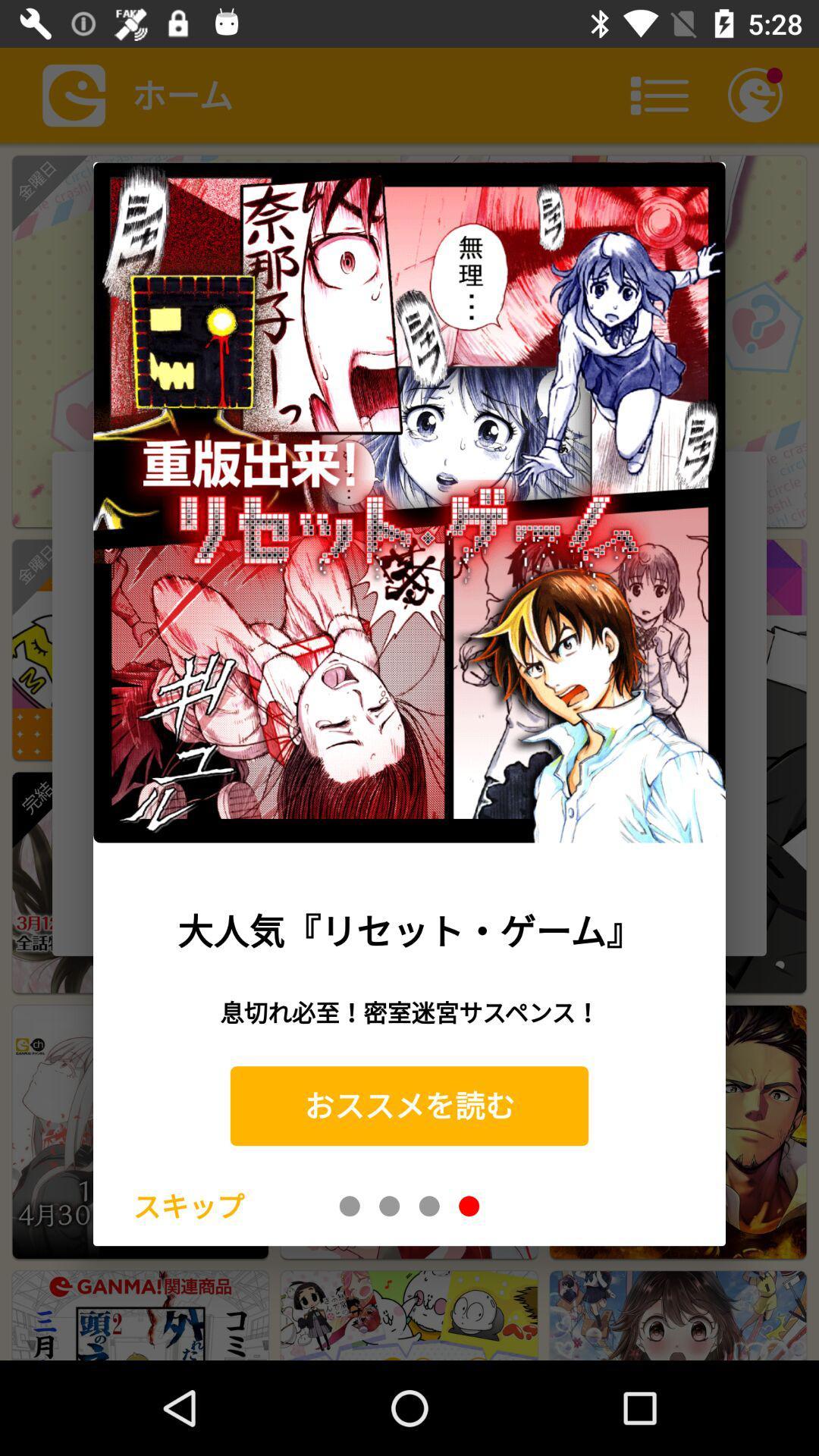 This screenshot has width=819, height=1456. What do you see at coordinates (350, 1205) in the screenshot?
I see `previous page` at bounding box center [350, 1205].